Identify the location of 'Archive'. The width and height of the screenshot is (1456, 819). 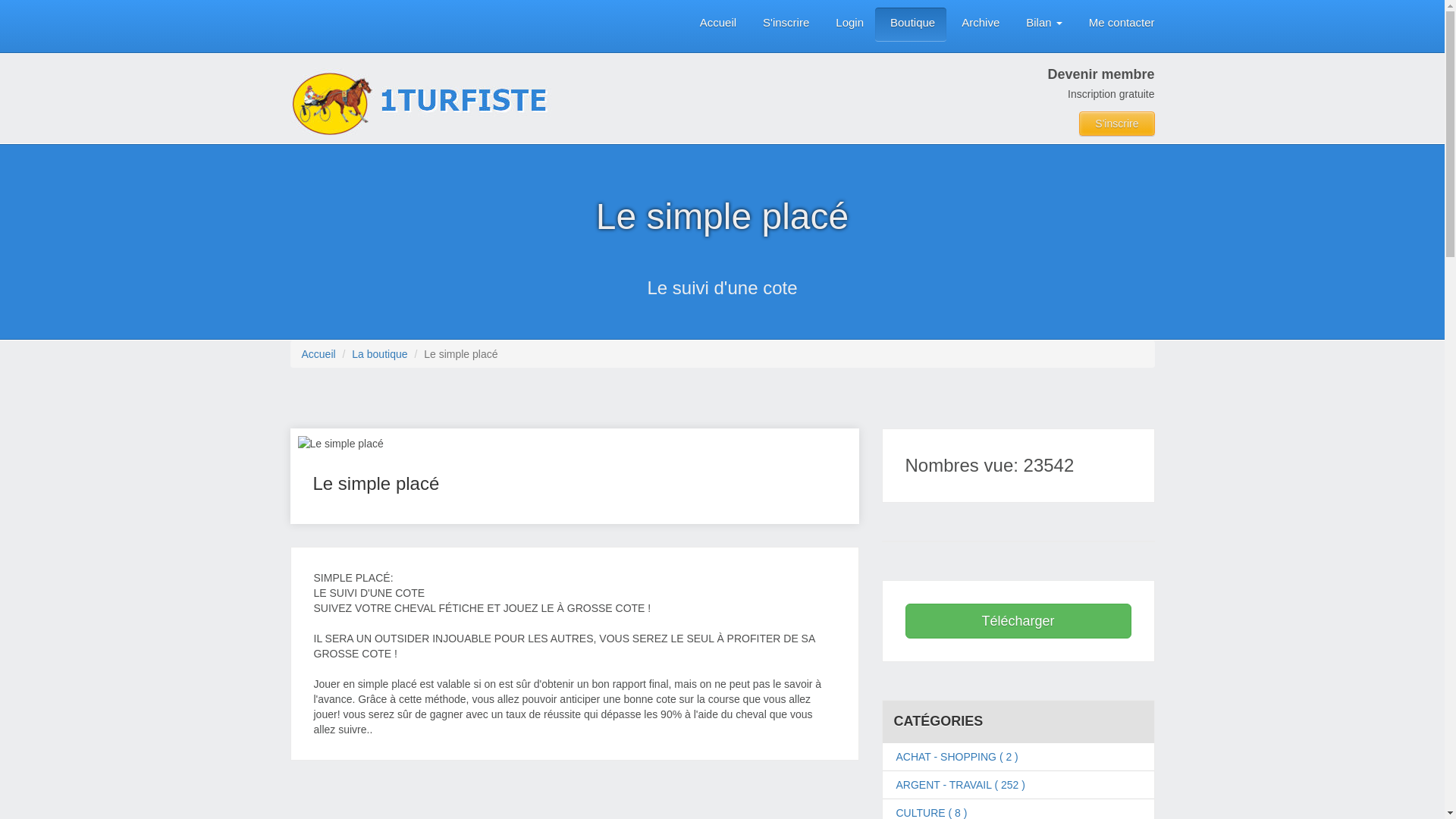
(978, 24).